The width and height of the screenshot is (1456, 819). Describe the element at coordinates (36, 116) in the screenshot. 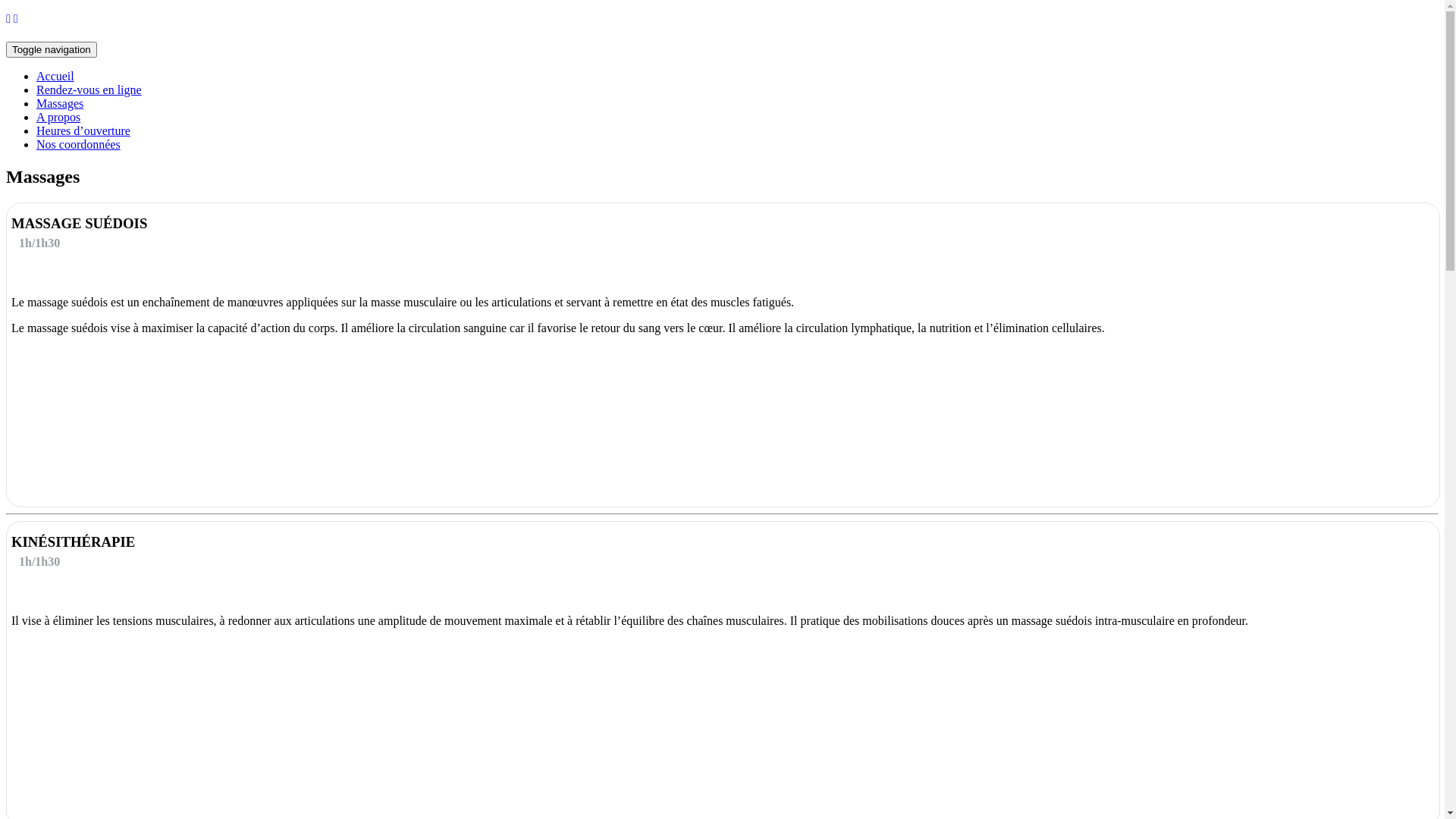

I see `'A propos'` at that location.